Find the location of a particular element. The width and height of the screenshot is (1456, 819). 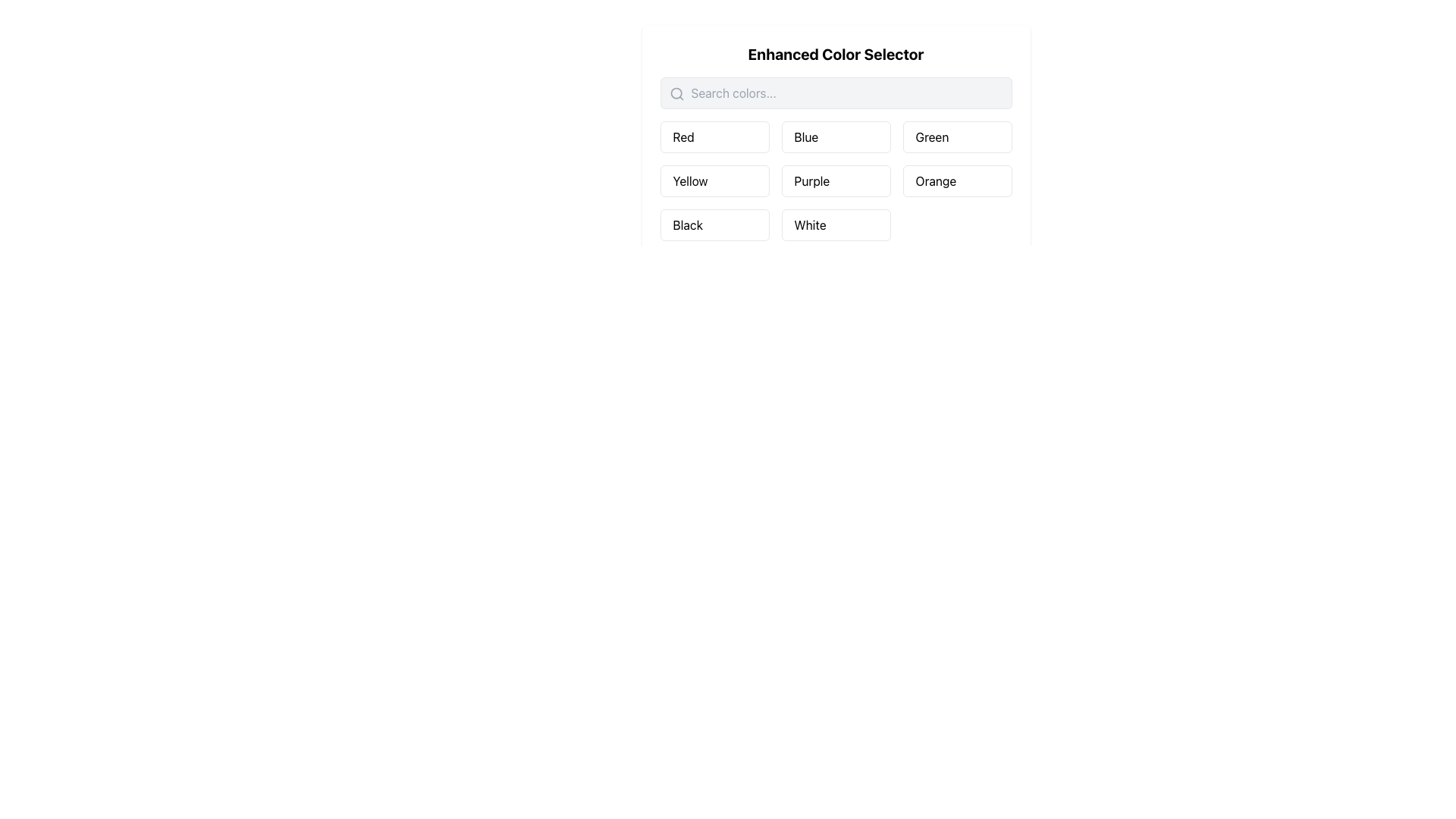

the decorative circular component of the magnifying glass icon located in the top-left corner of the Enhanced Color Selector module is located at coordinates (675, 93).